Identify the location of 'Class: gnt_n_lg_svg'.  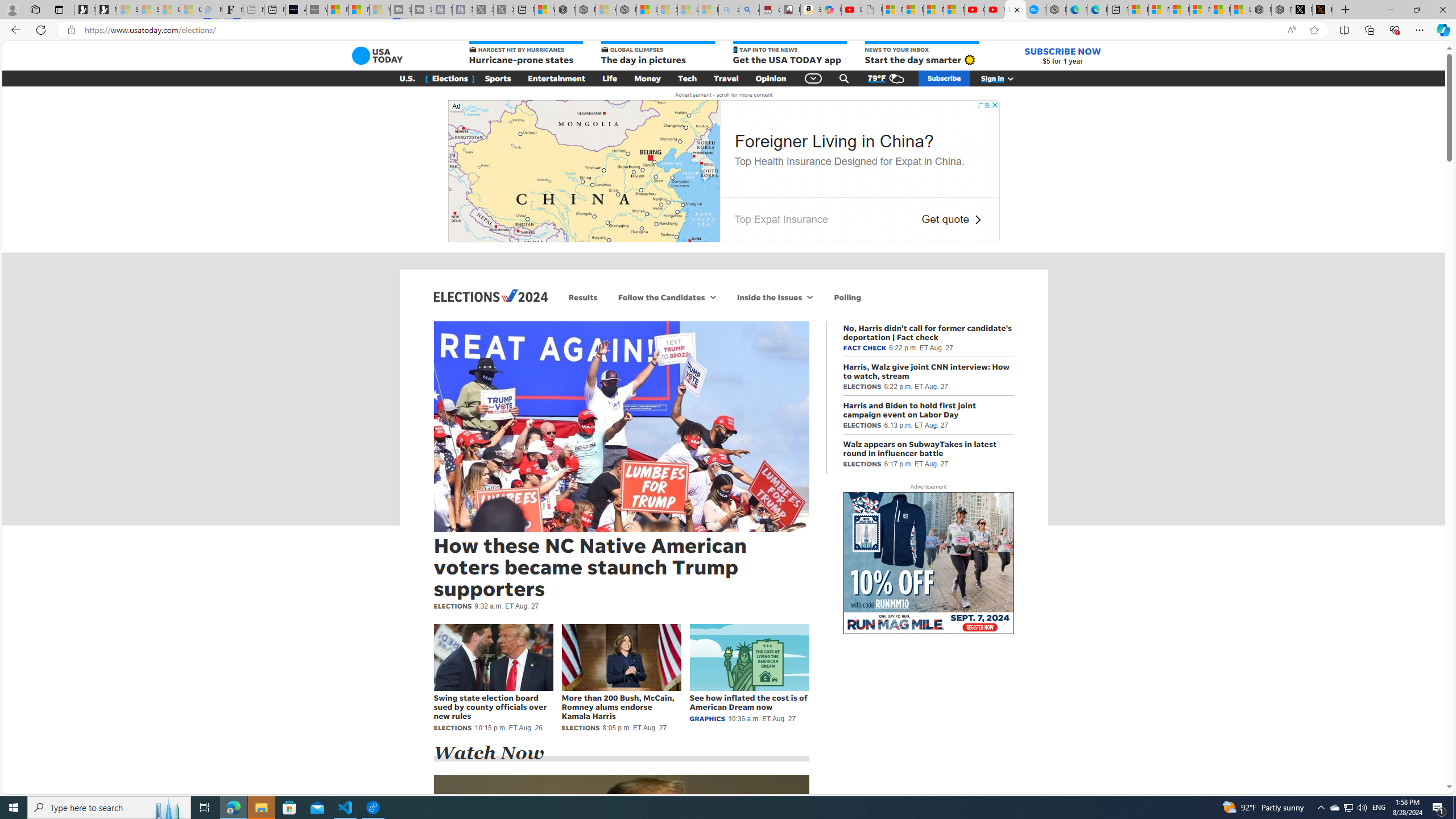
(377, 55).